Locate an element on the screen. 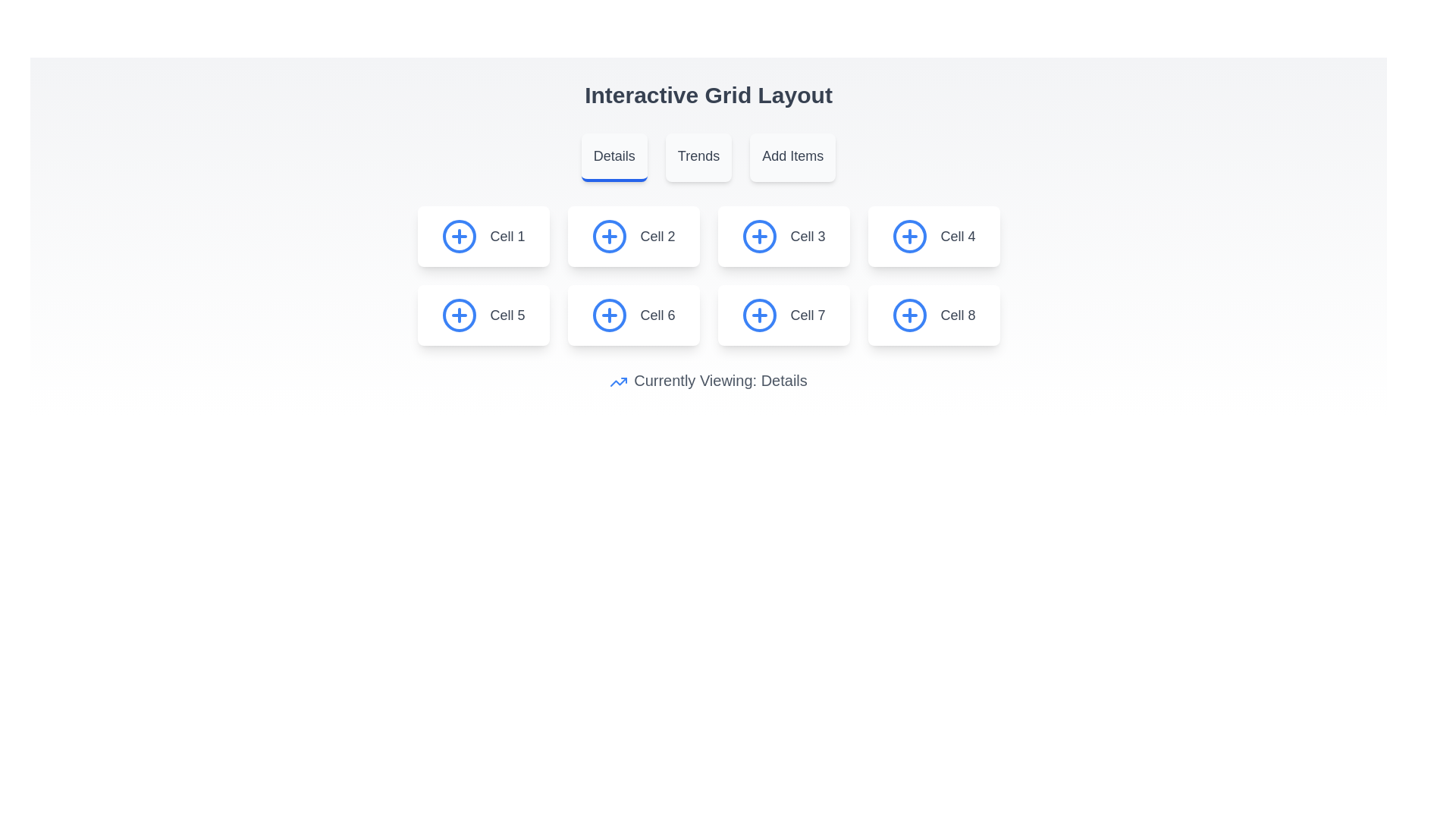 This screenshot has width=1456, height=819. the first card in the second row of a grid that is associated with 'Cell 5'. This element serves as an interactive button or card for viewing details or adding items is located at coordinates (482, 315).